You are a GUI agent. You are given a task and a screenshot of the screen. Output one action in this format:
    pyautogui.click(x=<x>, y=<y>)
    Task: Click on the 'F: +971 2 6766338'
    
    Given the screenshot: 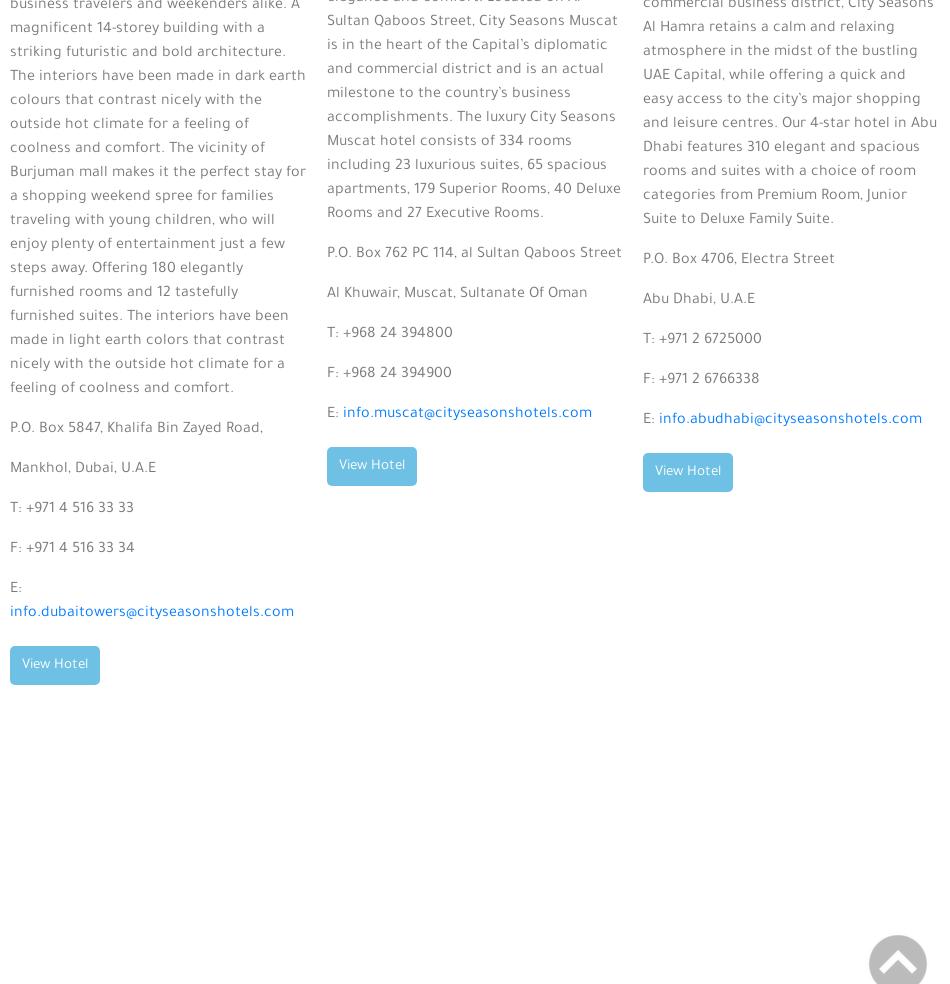 What is the action you would take?
    pyautogui.click(x=701, y=381)
    